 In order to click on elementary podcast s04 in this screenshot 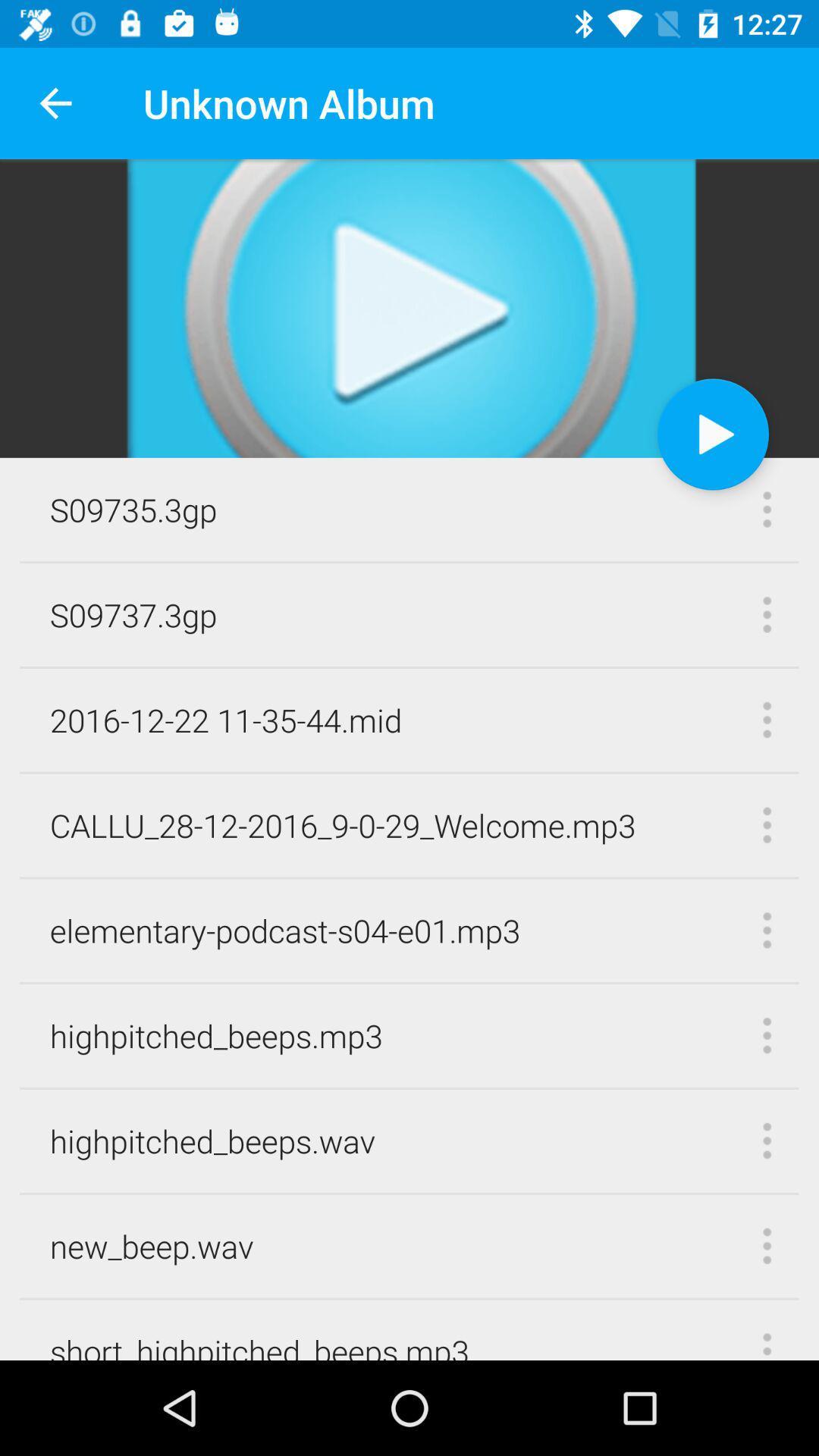, I will do `click(285, 930)`.